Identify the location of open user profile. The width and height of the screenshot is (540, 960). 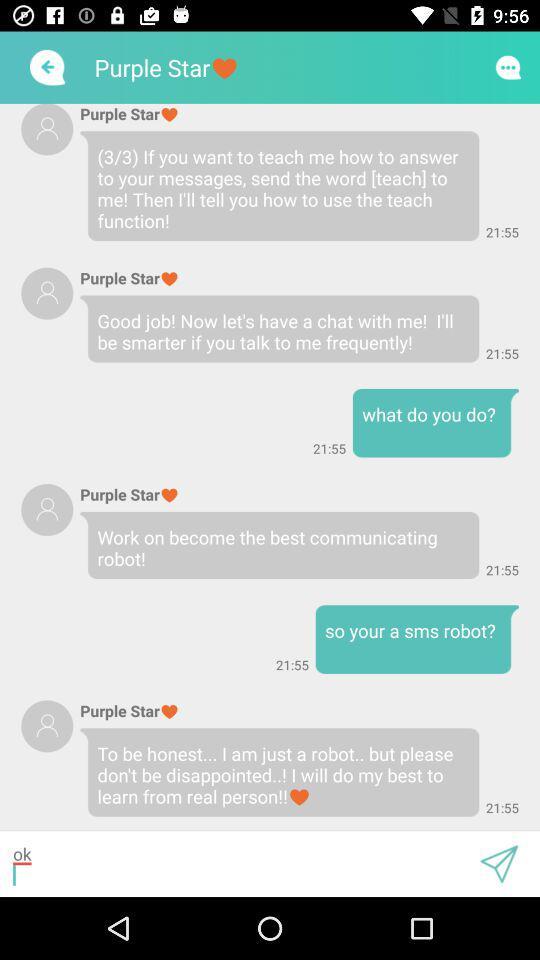
(47, 725).